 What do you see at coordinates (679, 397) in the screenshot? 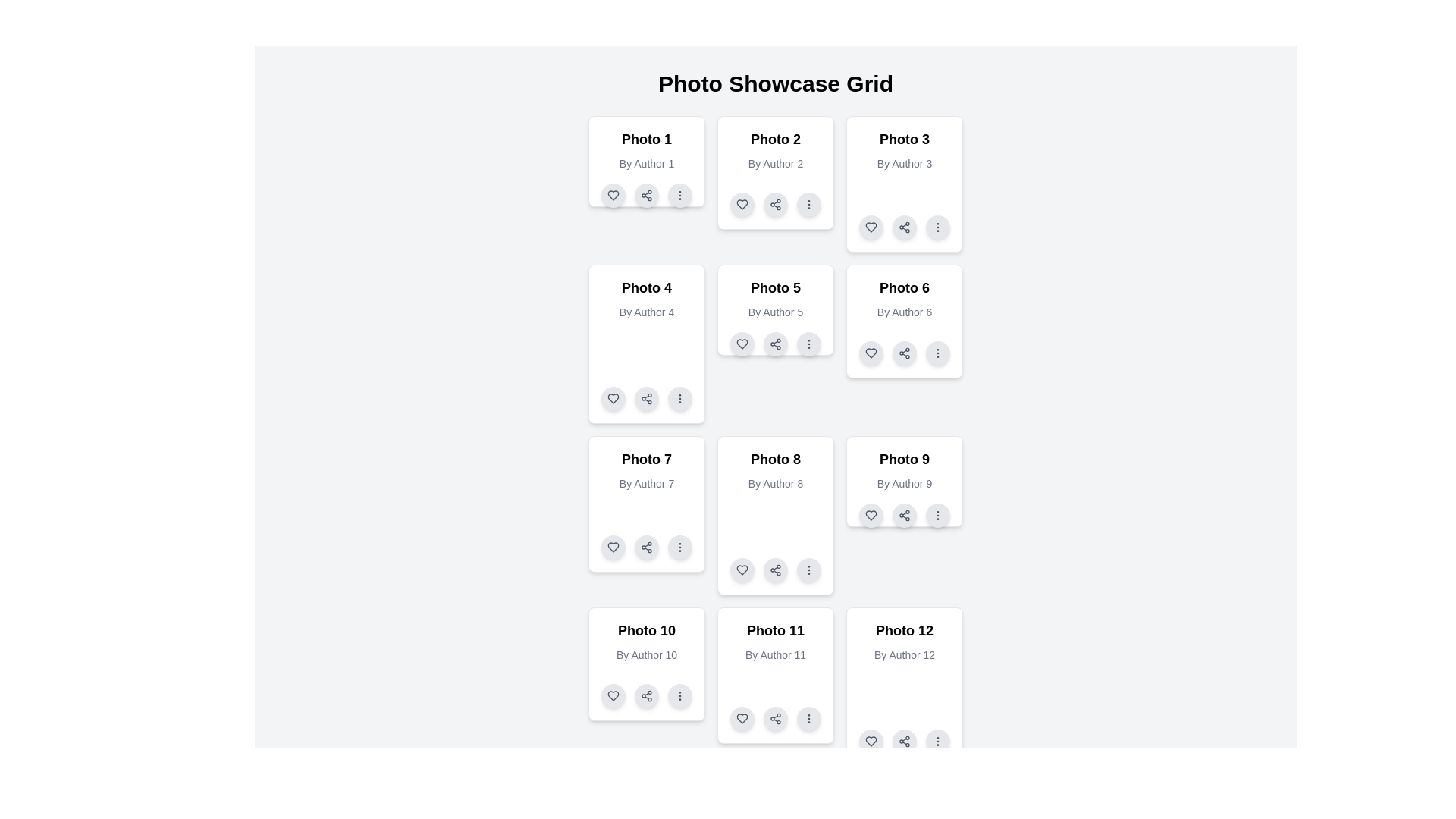
I see `the small circular button with a light gray background and a vertical ellipsis icon at the center` at bounding box center [679, 397].